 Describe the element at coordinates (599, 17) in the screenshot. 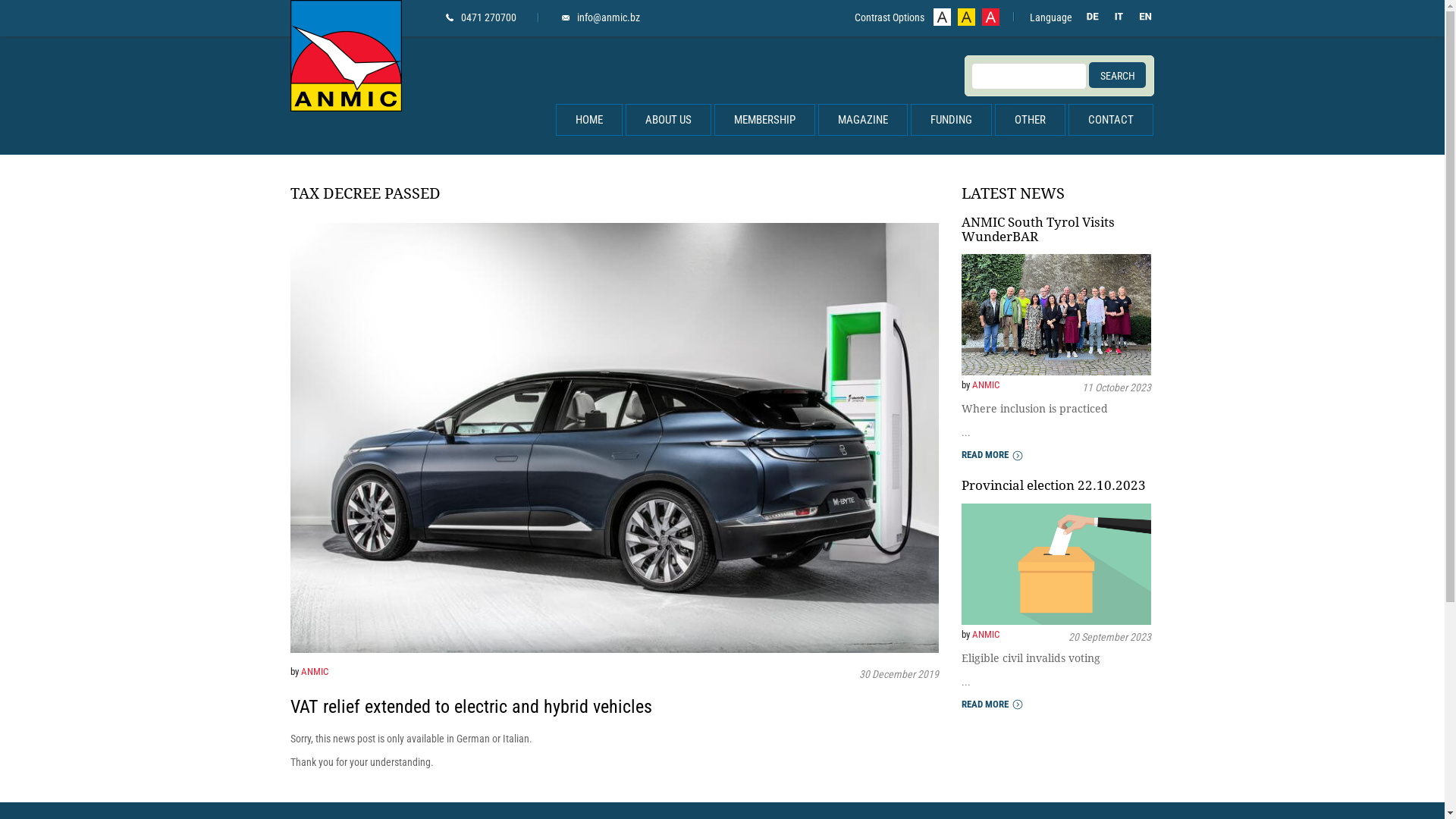

I see `'info@anmic.bz'` at that location.